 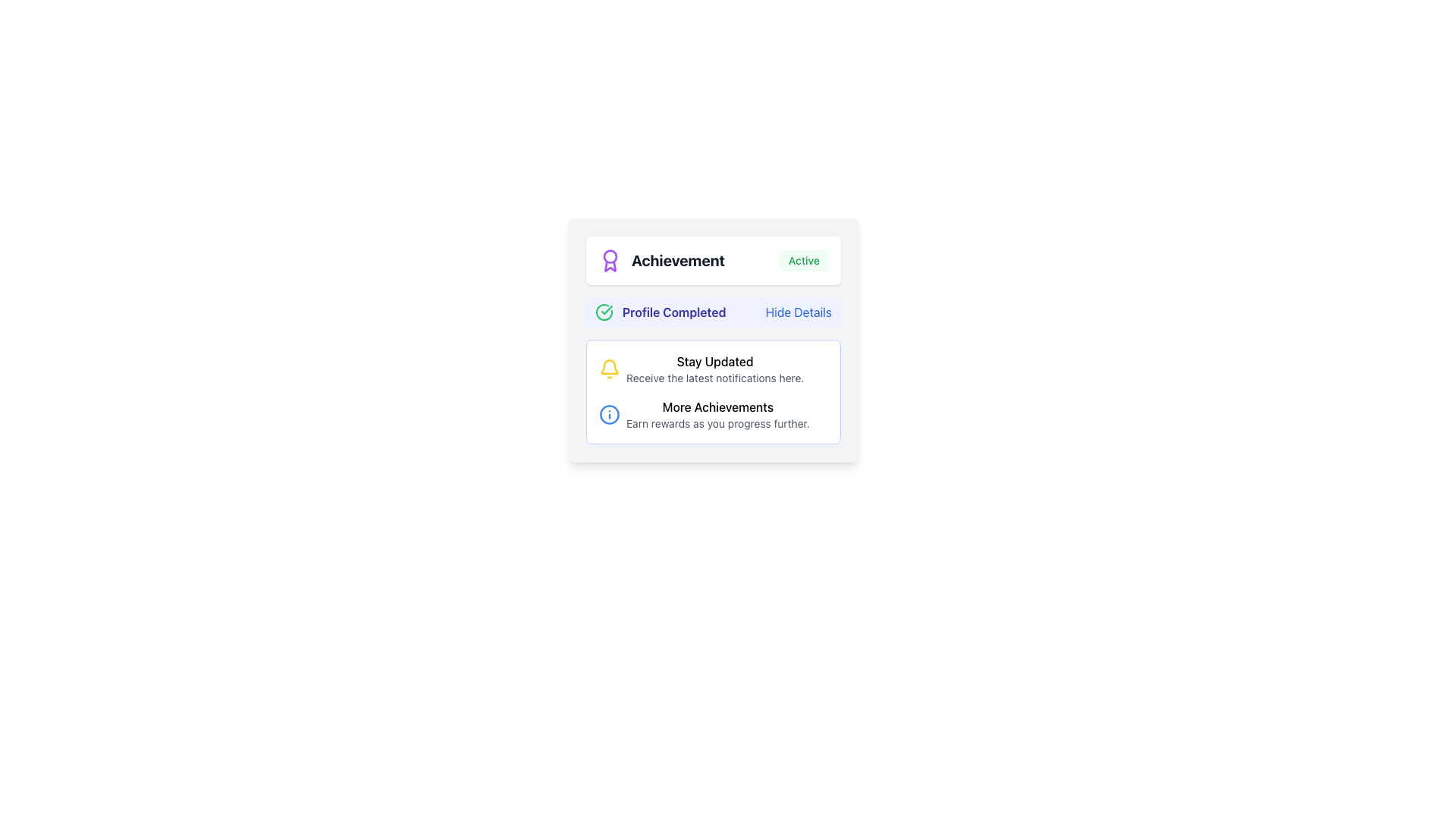 What do you see at coordinates (610, 259) in the screenshot?
I see `the purple badge-like icon resembling an award ribbon with circular design and star motifs, located on the left side of the 'Achievement' title text in the header of the achievement section` at bounding box center [610, 259].